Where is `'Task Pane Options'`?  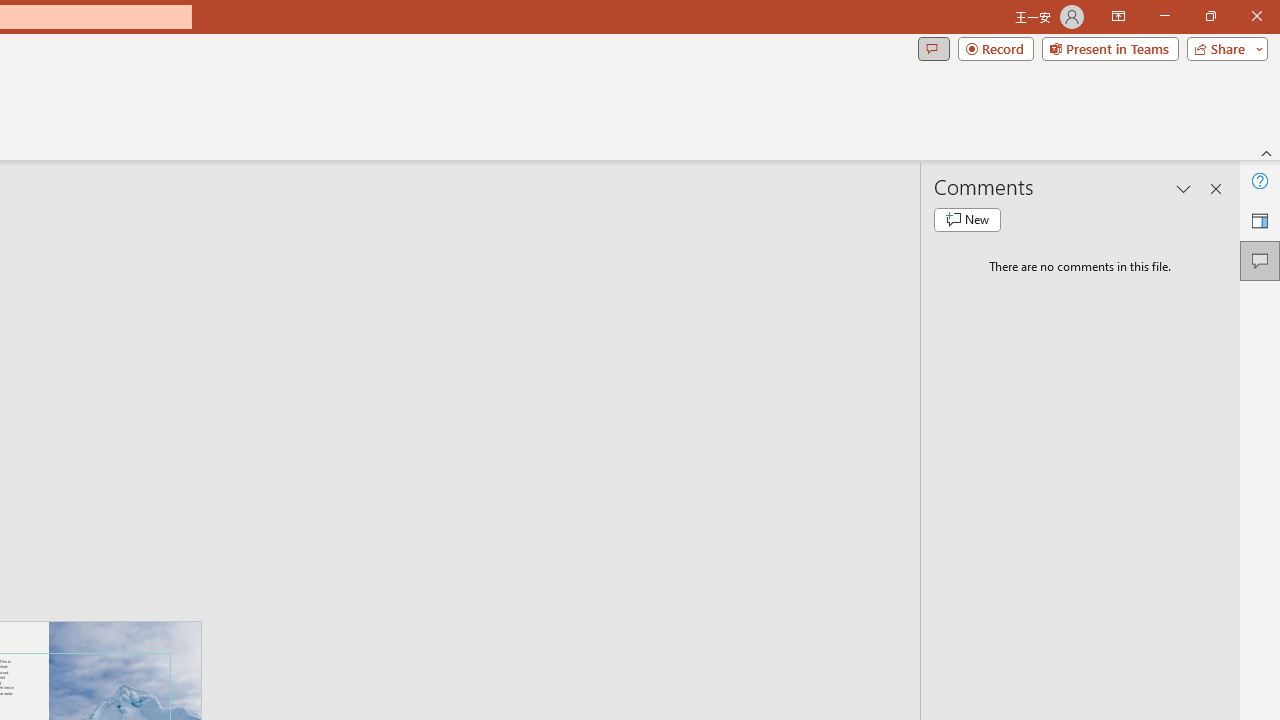 'Task Pane Options' is located at coordinates (1184, 189).